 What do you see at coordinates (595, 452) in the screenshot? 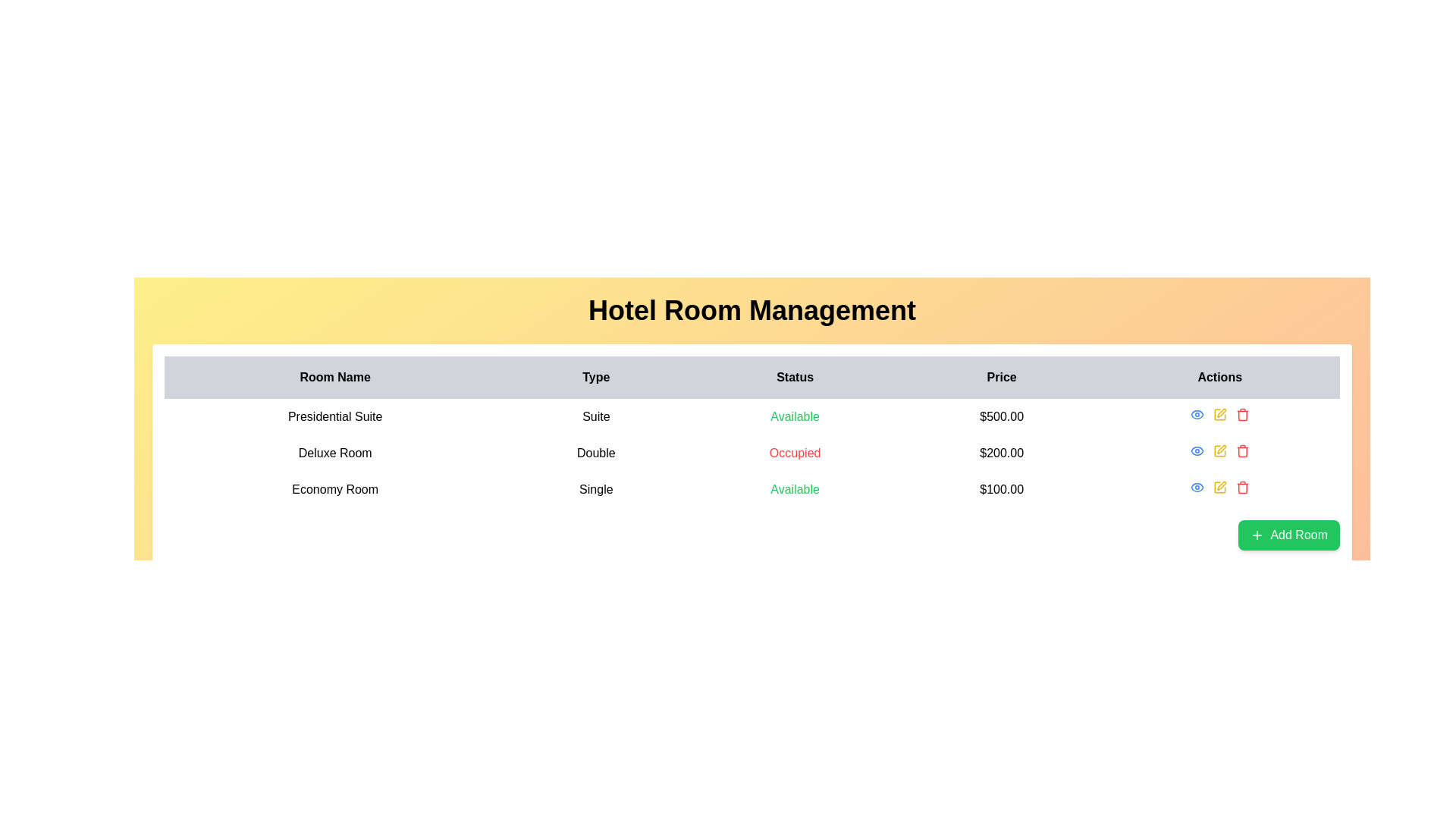
I see `the text label displaying 'Double' under the 'Type' column in the row for 'Deluxe Room'` at bounding box center [595, 452].